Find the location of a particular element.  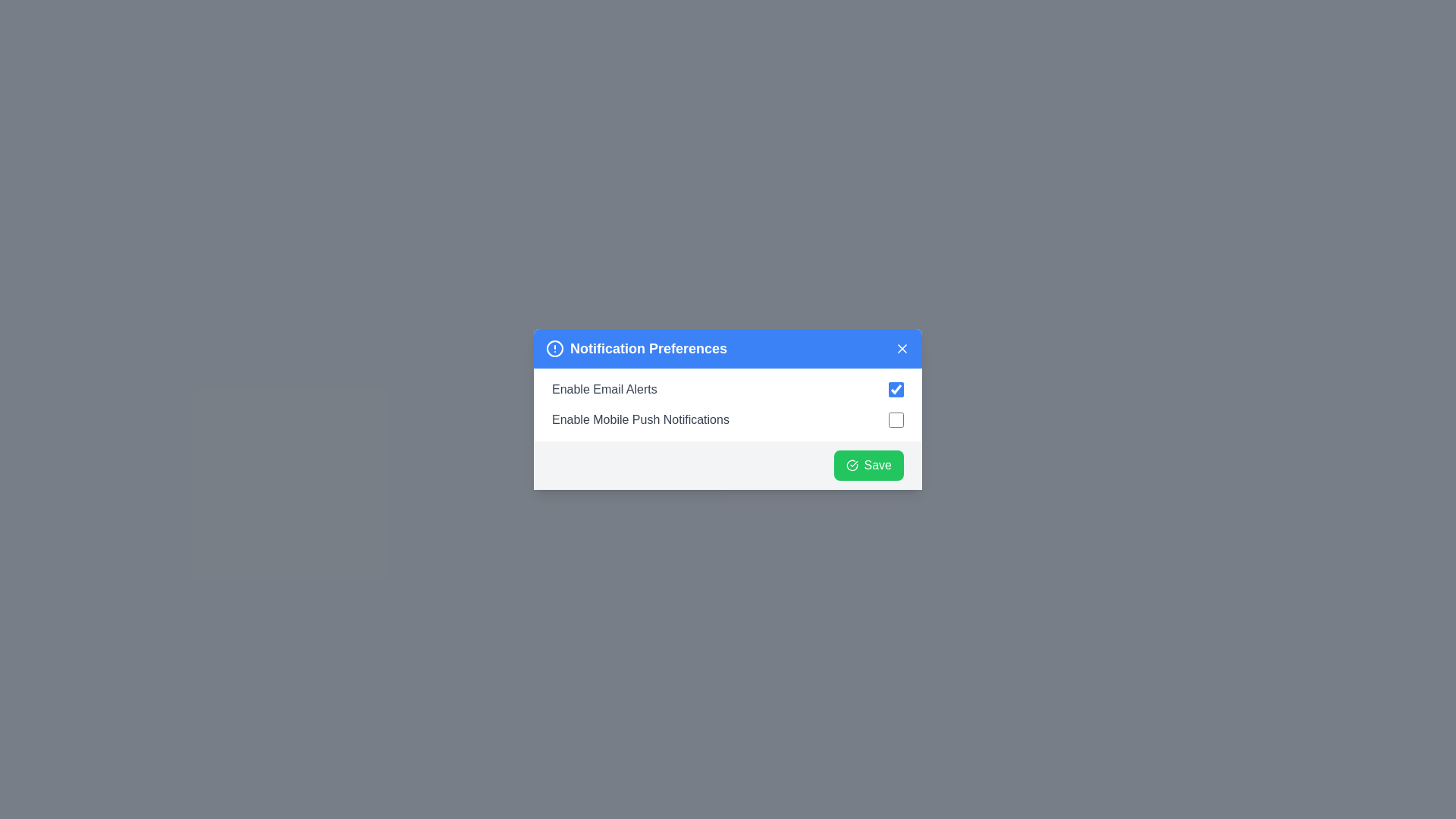

the checkbox that enables or disables mobile push notification preferences, located in the lower section of the notification configuration popup, just below 'Enable Email Alerts' is located at coordinates (728, 409).